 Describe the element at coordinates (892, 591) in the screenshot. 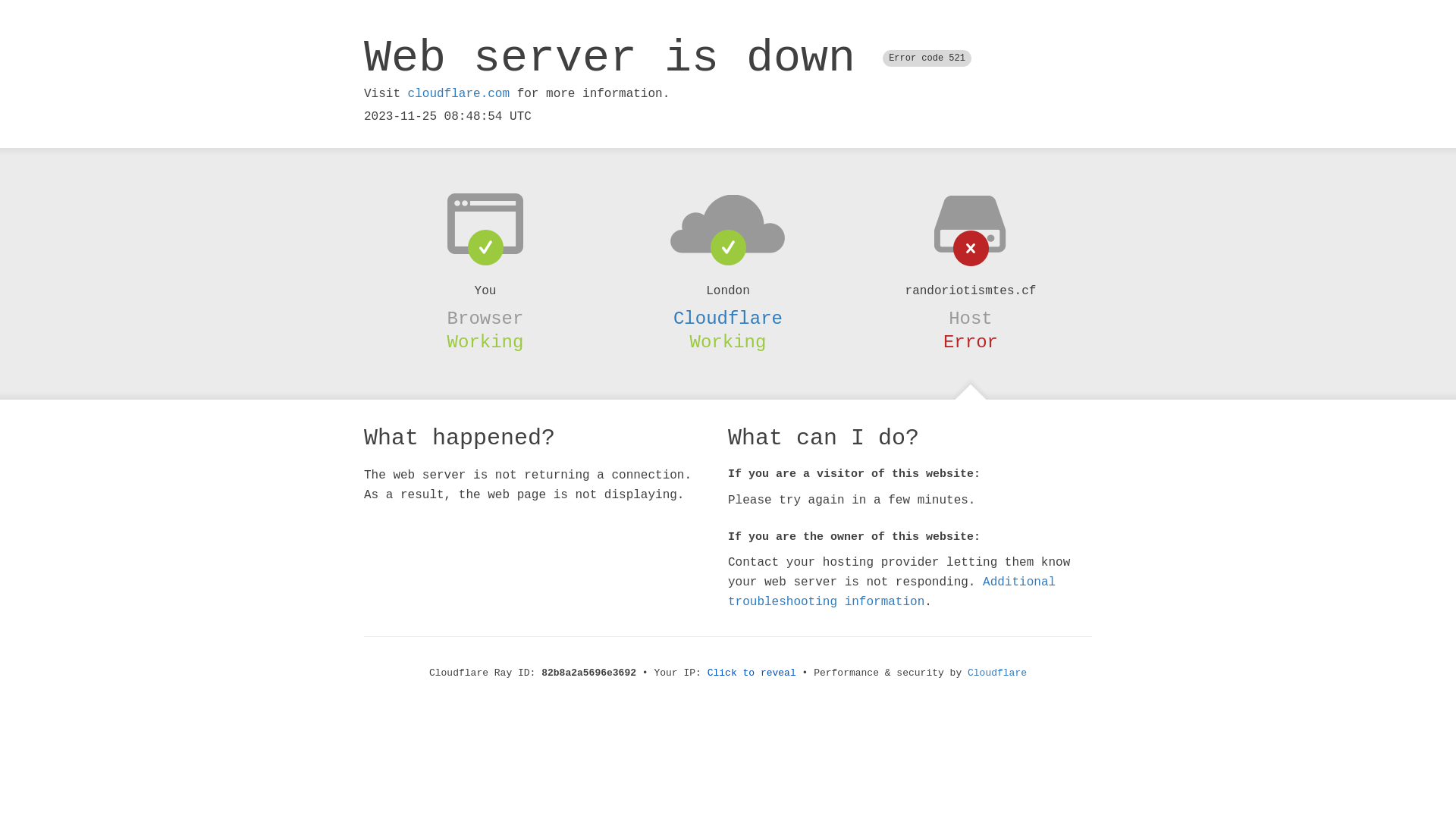

I see `'Additional troubleshooting information'` at that location.